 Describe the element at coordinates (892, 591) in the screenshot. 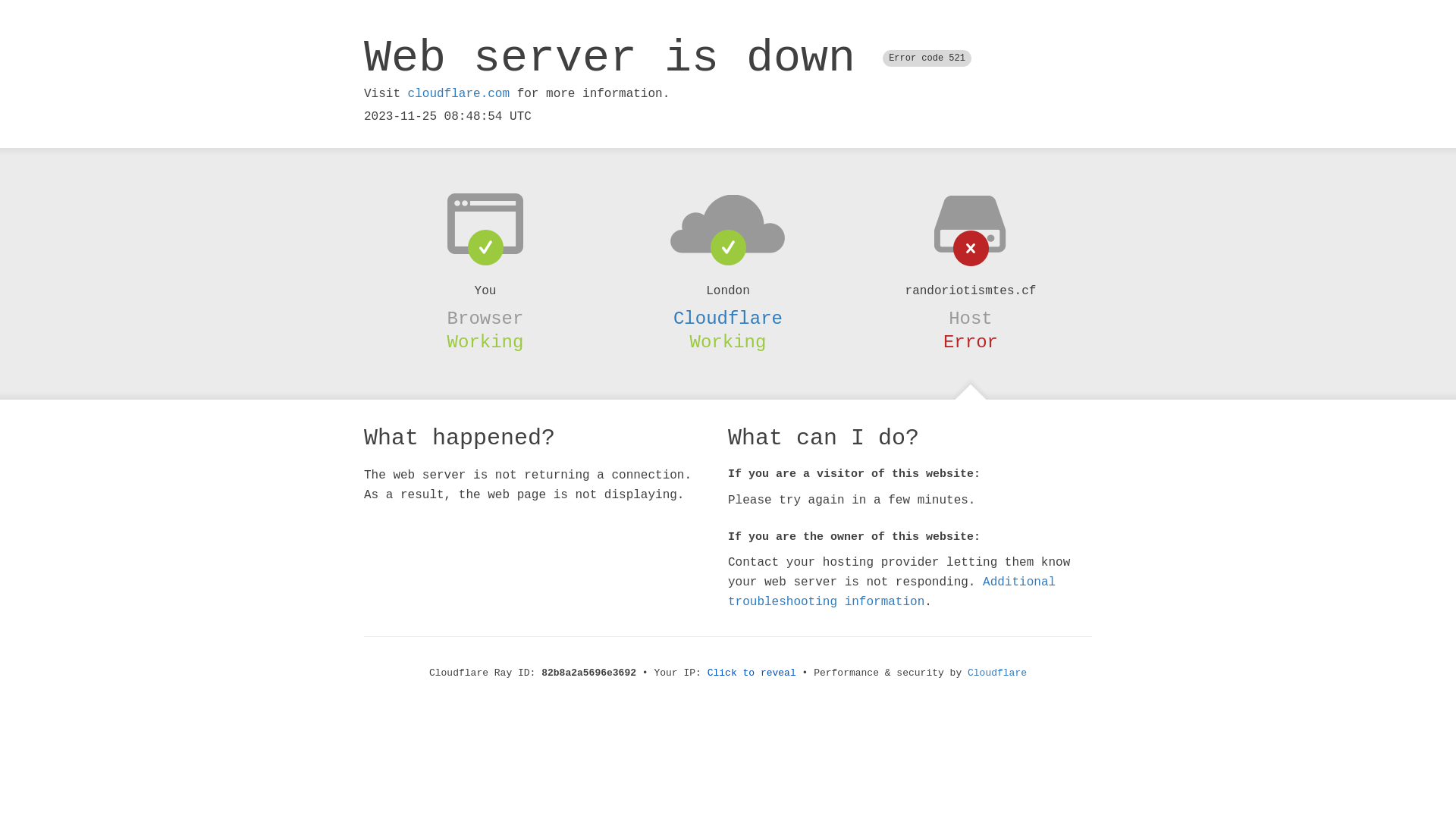

I see `'Additional troubleshooting information'` at that location.